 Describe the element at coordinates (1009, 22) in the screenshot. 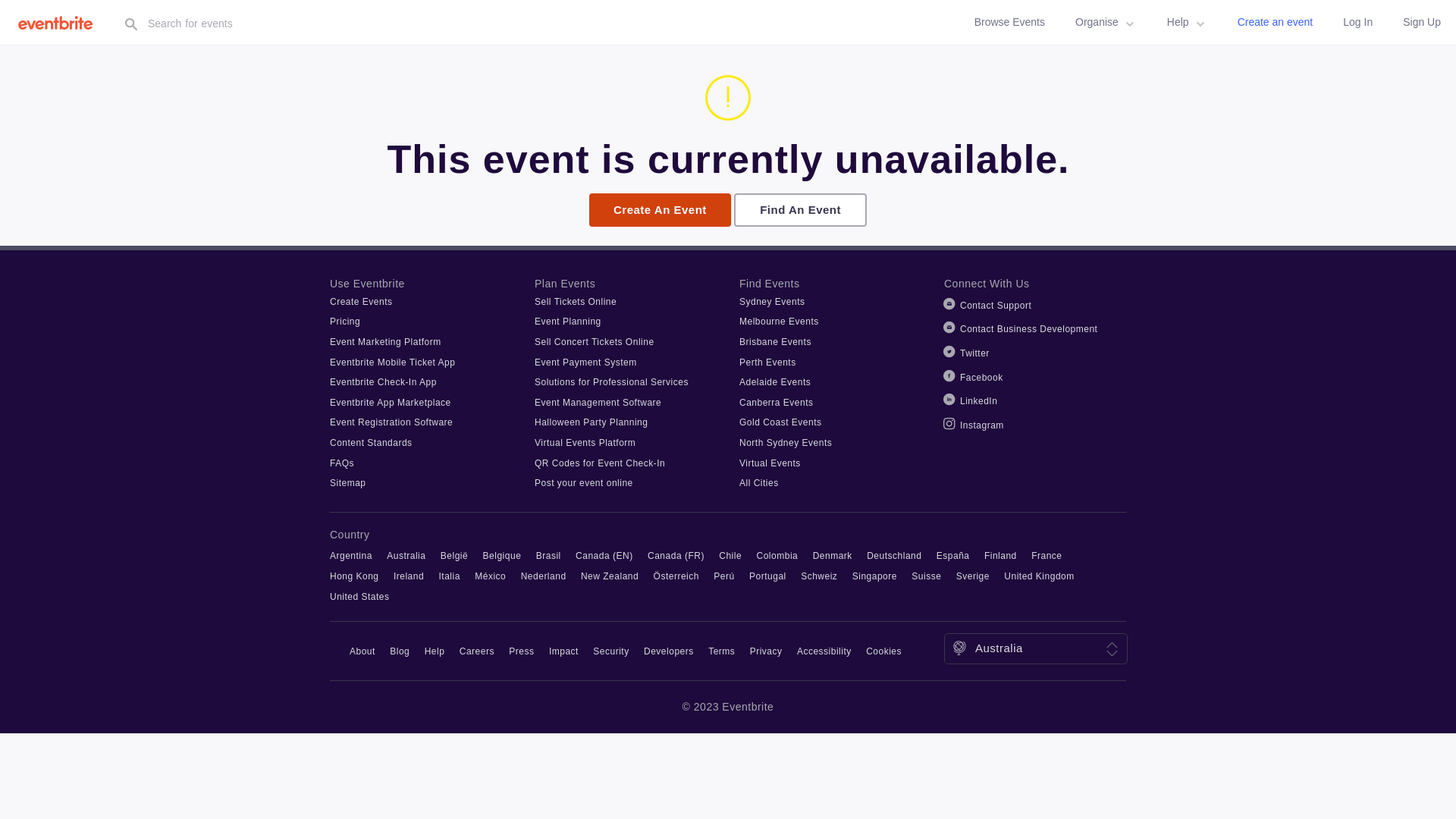

I see `'Browse Events'` at that location.